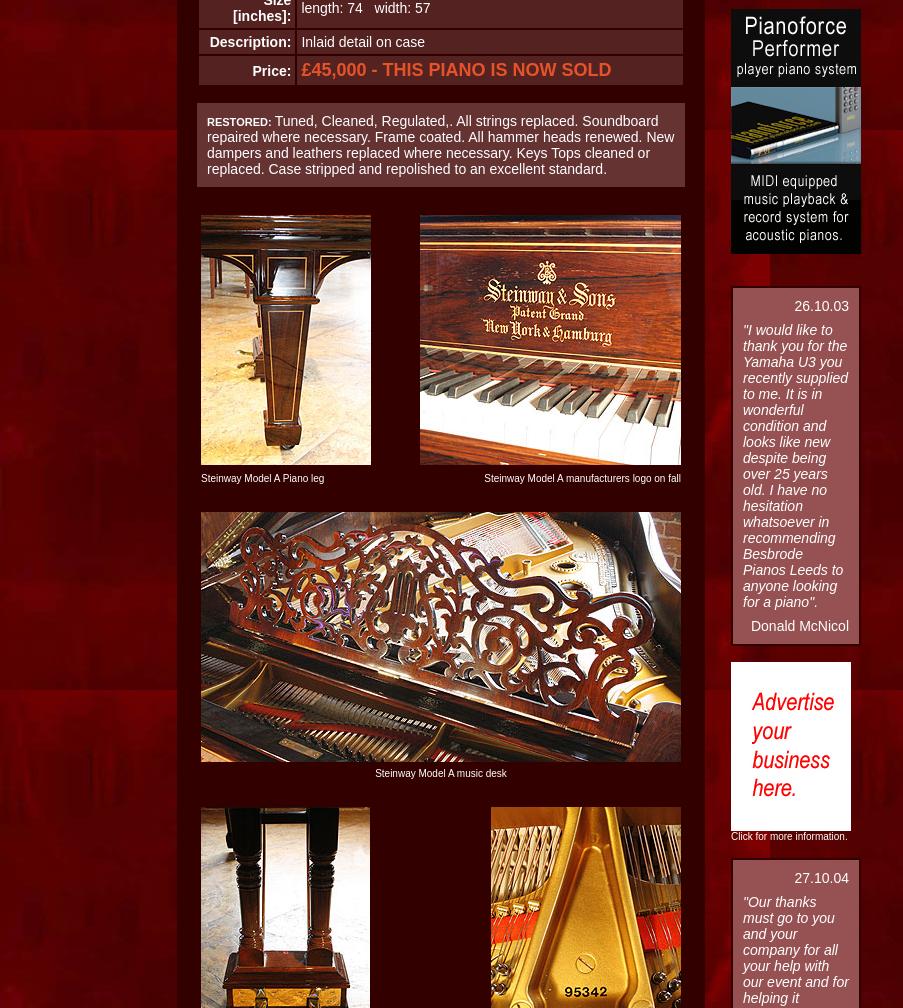  Describe the element at coordinates (456, 69) in the screenshot. I see `'£45,000 - THIS PIANO IS NOW SOLD'` at that location.